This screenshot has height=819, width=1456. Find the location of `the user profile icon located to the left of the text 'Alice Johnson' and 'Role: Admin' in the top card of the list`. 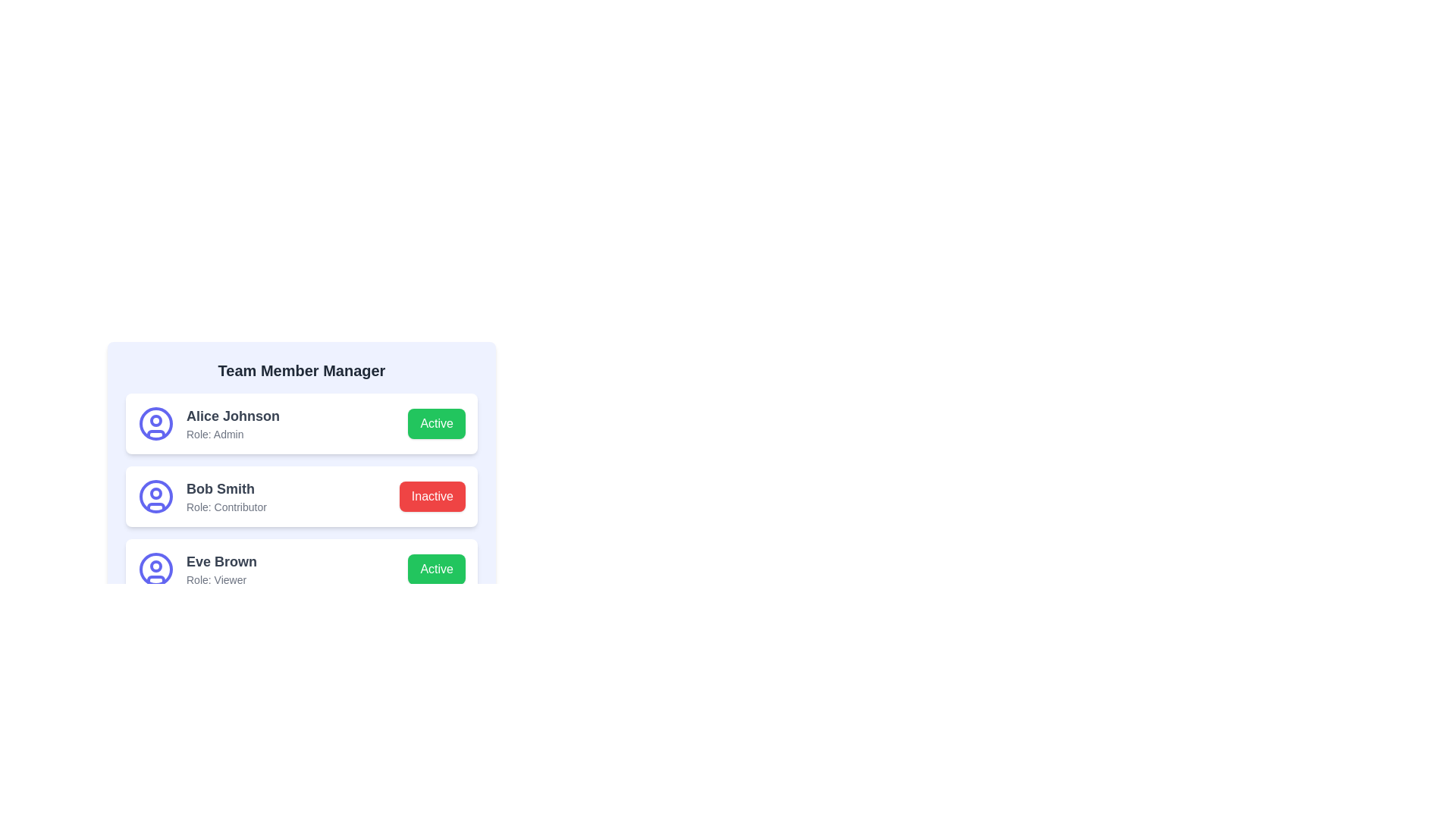

the user profile icon located to the left of the text 'Alice Johnson' and 'Role: Admin' in the top card of the list is located at coordinates (156, 424).